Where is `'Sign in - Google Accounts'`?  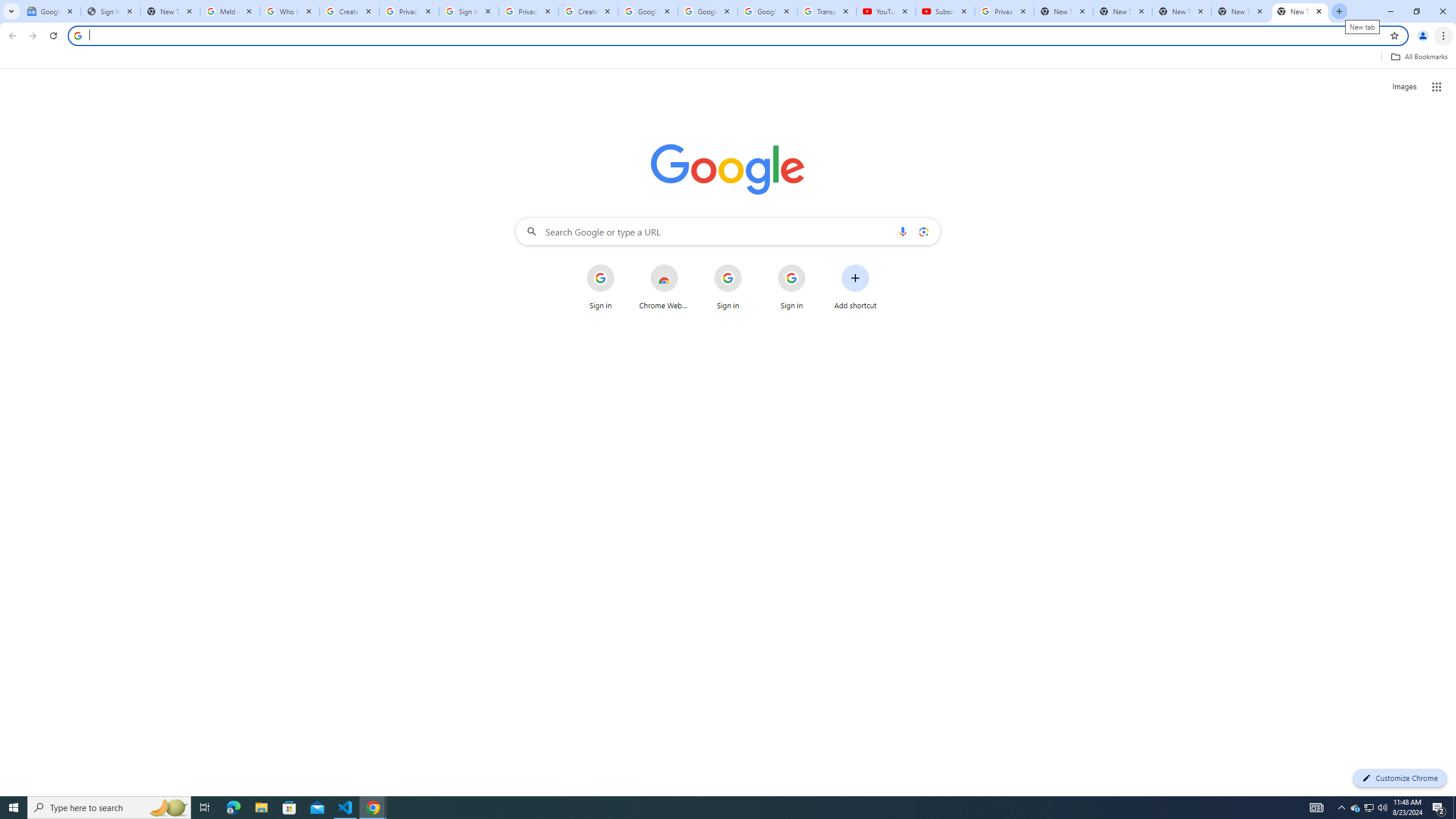
'Sign in - Google Accounts' is located at coordinates (468, 11).